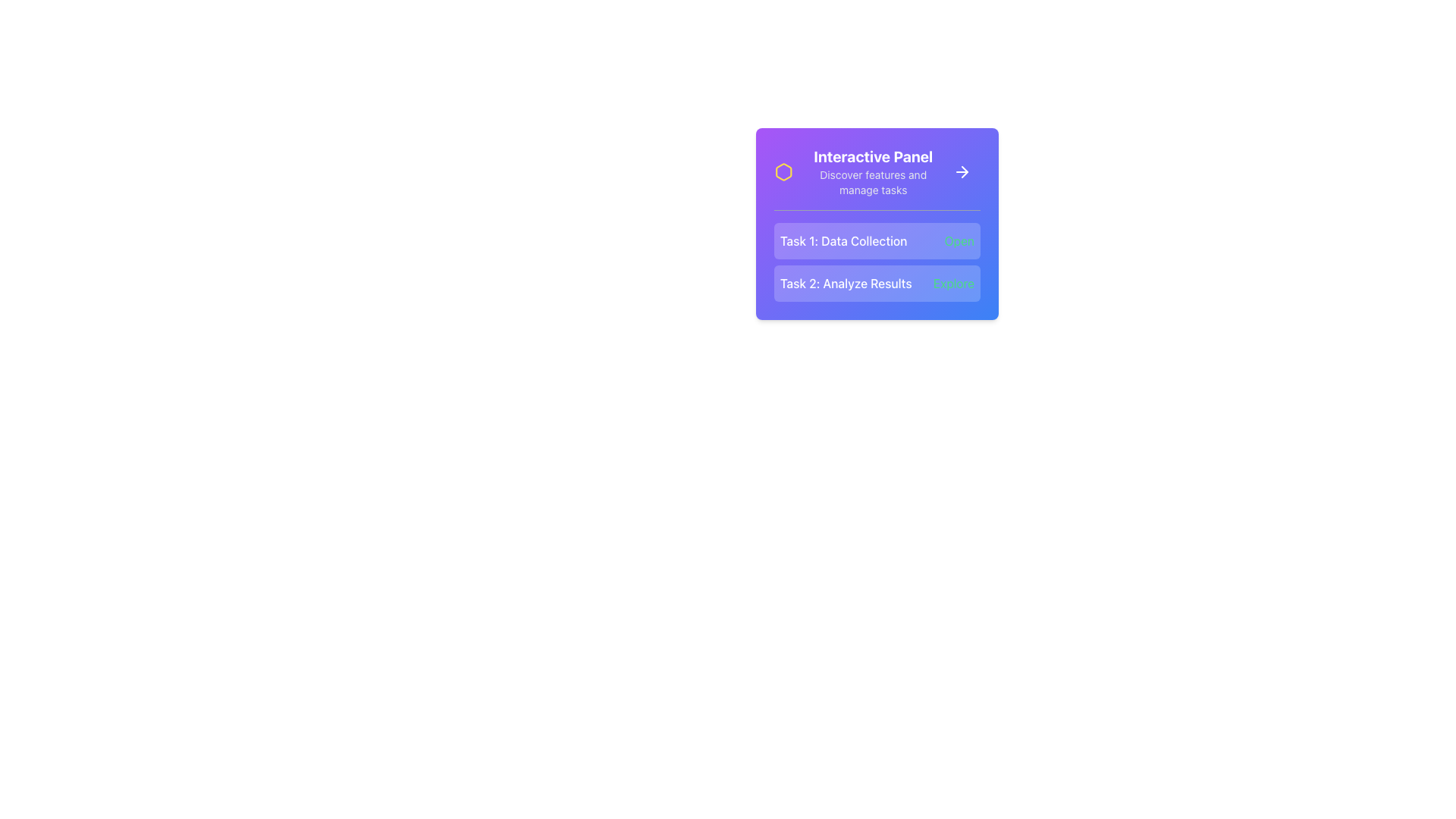 Image resolution: width=1456 pixels, height=819 pixels. What do you see at coordinates (877, 210) in the screenshot?
I see `the thin horizontal separator line with a gray border, located below the 'Discover features and manage tasks' section and above 'Task 1: Data Collection'` at bounding box center [877, 210].